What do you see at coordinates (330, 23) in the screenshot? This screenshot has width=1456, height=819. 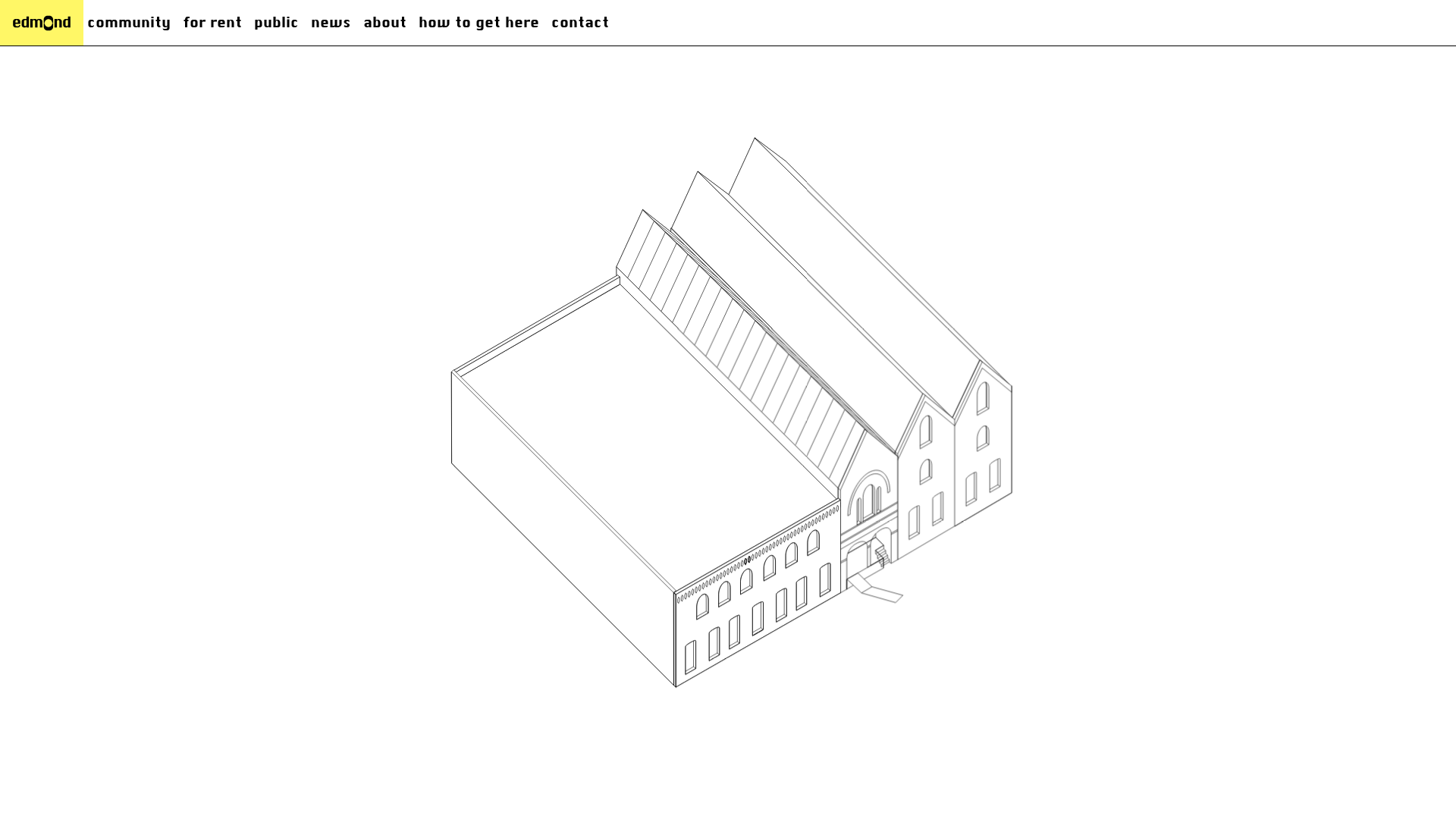 I see `'news'` at bounding box center [330, 23].